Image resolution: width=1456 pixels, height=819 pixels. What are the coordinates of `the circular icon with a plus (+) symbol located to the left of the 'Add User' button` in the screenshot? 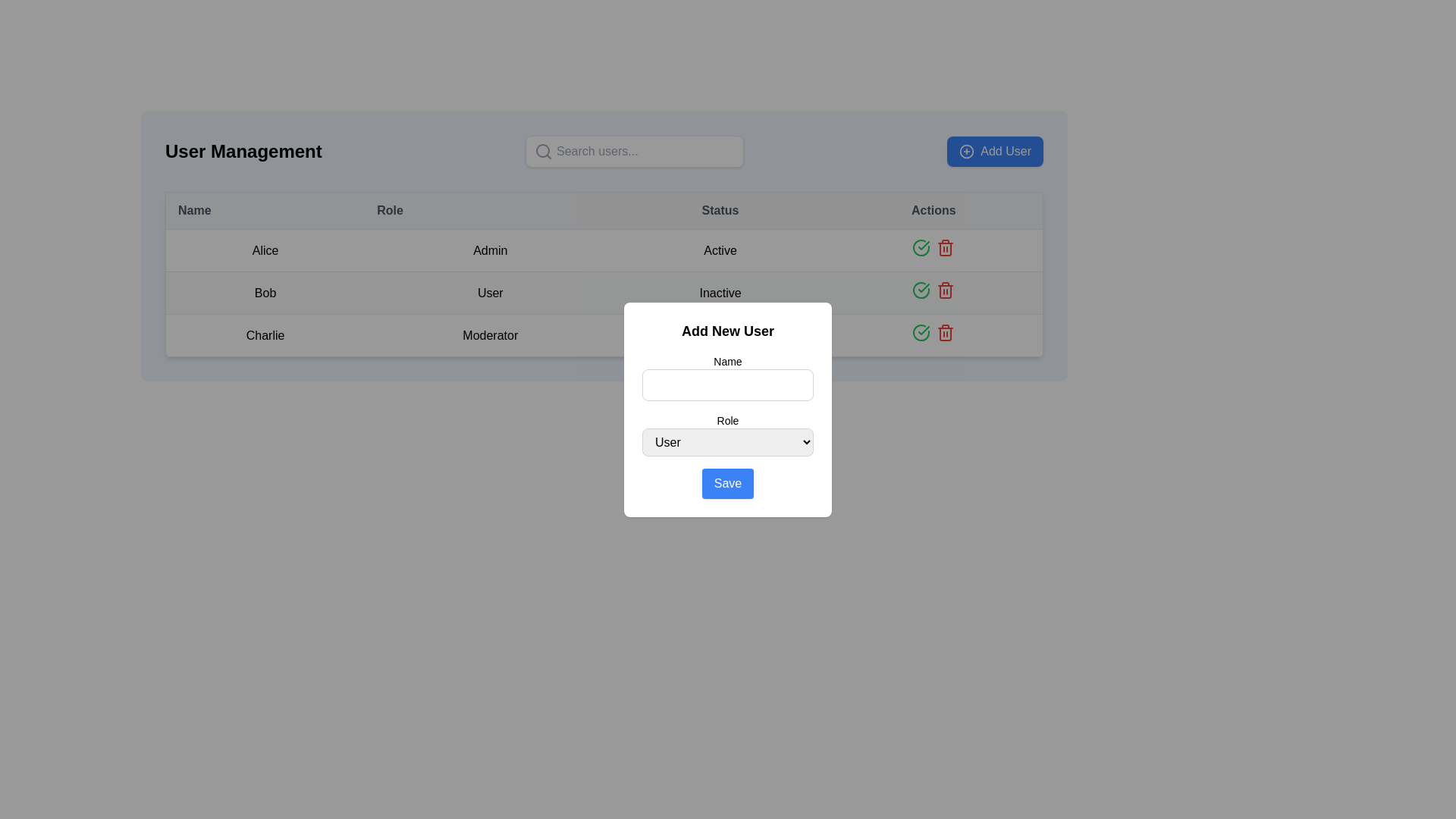 It's located at (966, 152).